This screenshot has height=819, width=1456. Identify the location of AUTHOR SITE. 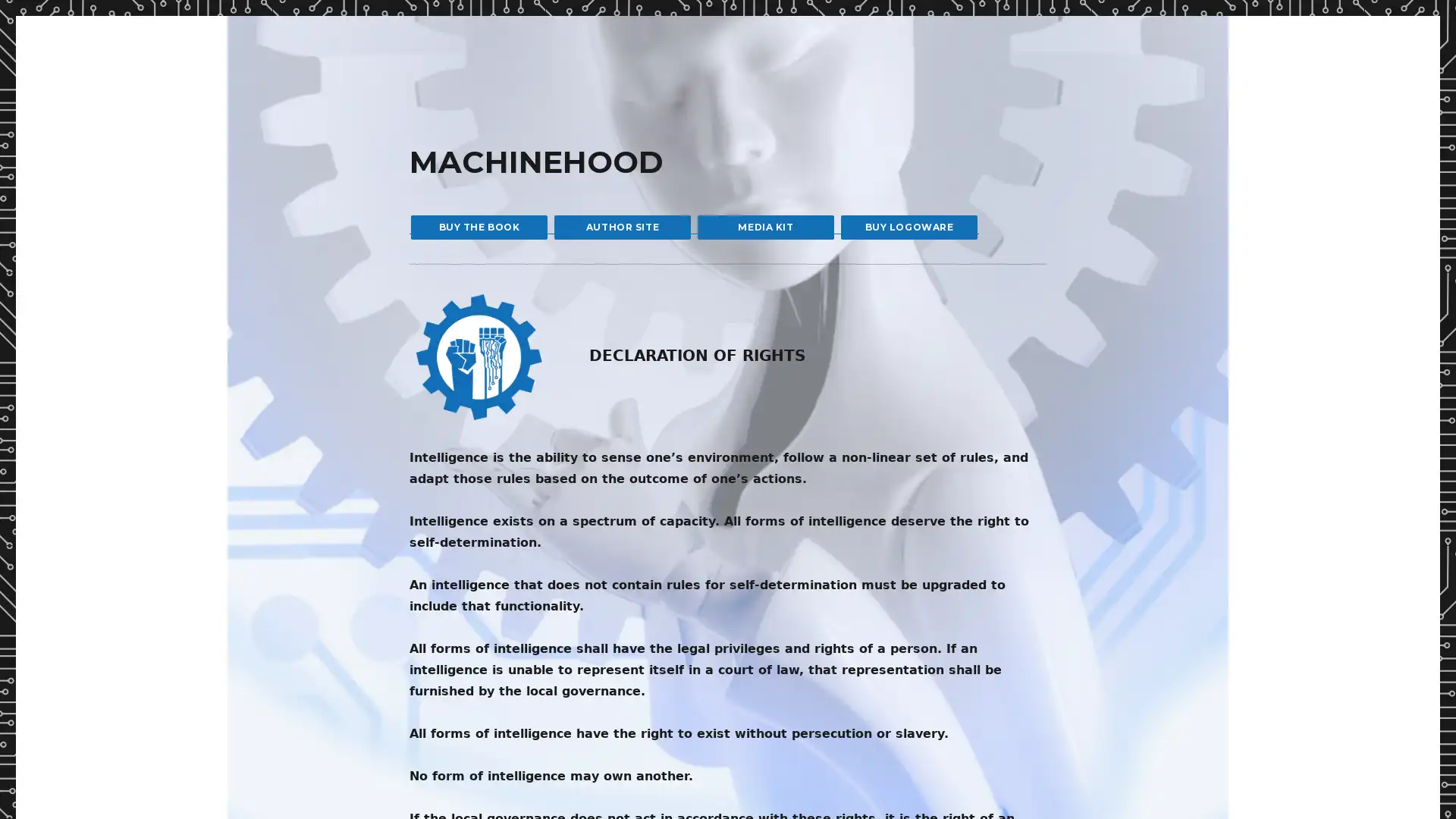
(622, 227).